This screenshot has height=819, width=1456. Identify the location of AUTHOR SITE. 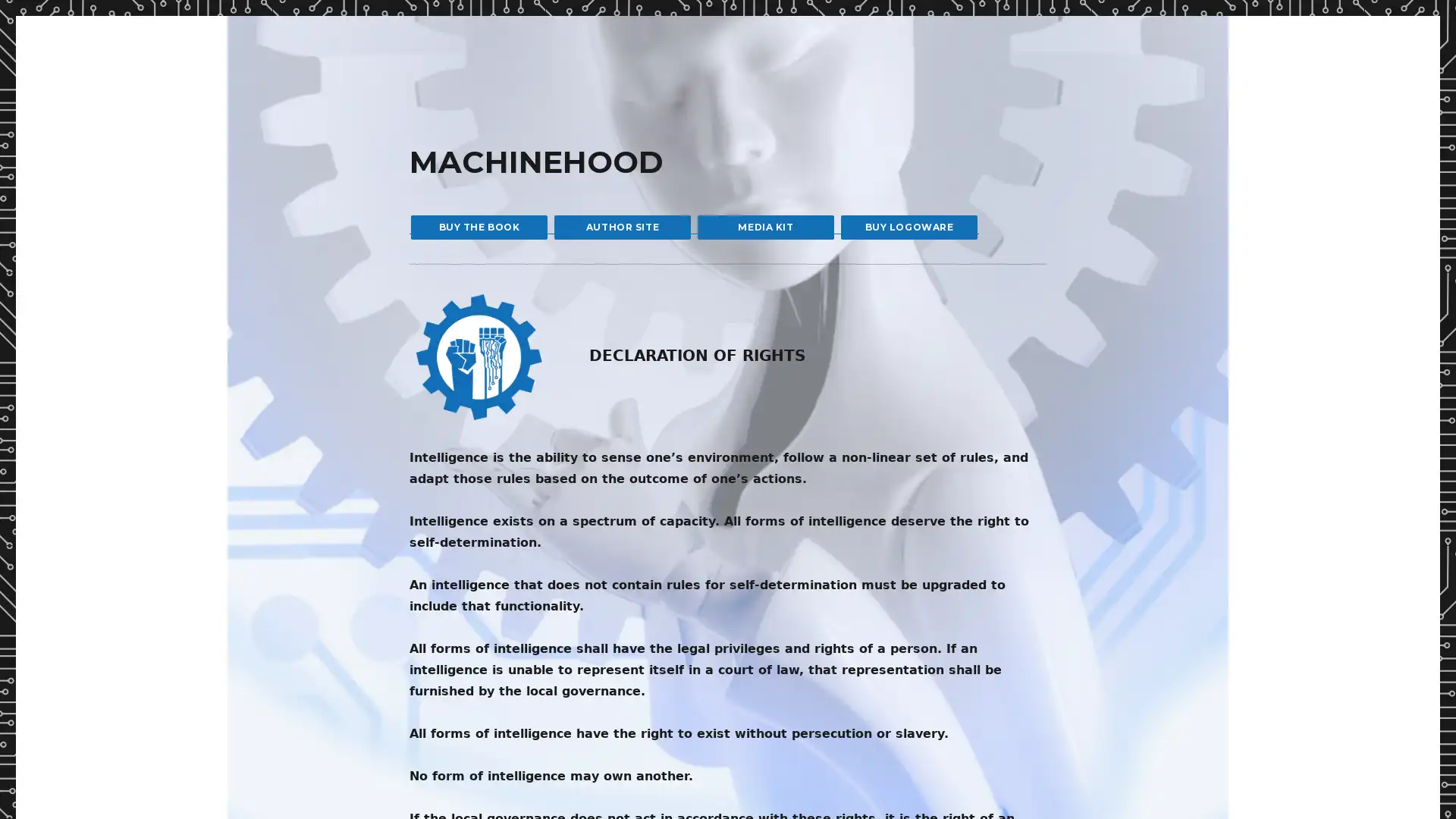
(622, 227).